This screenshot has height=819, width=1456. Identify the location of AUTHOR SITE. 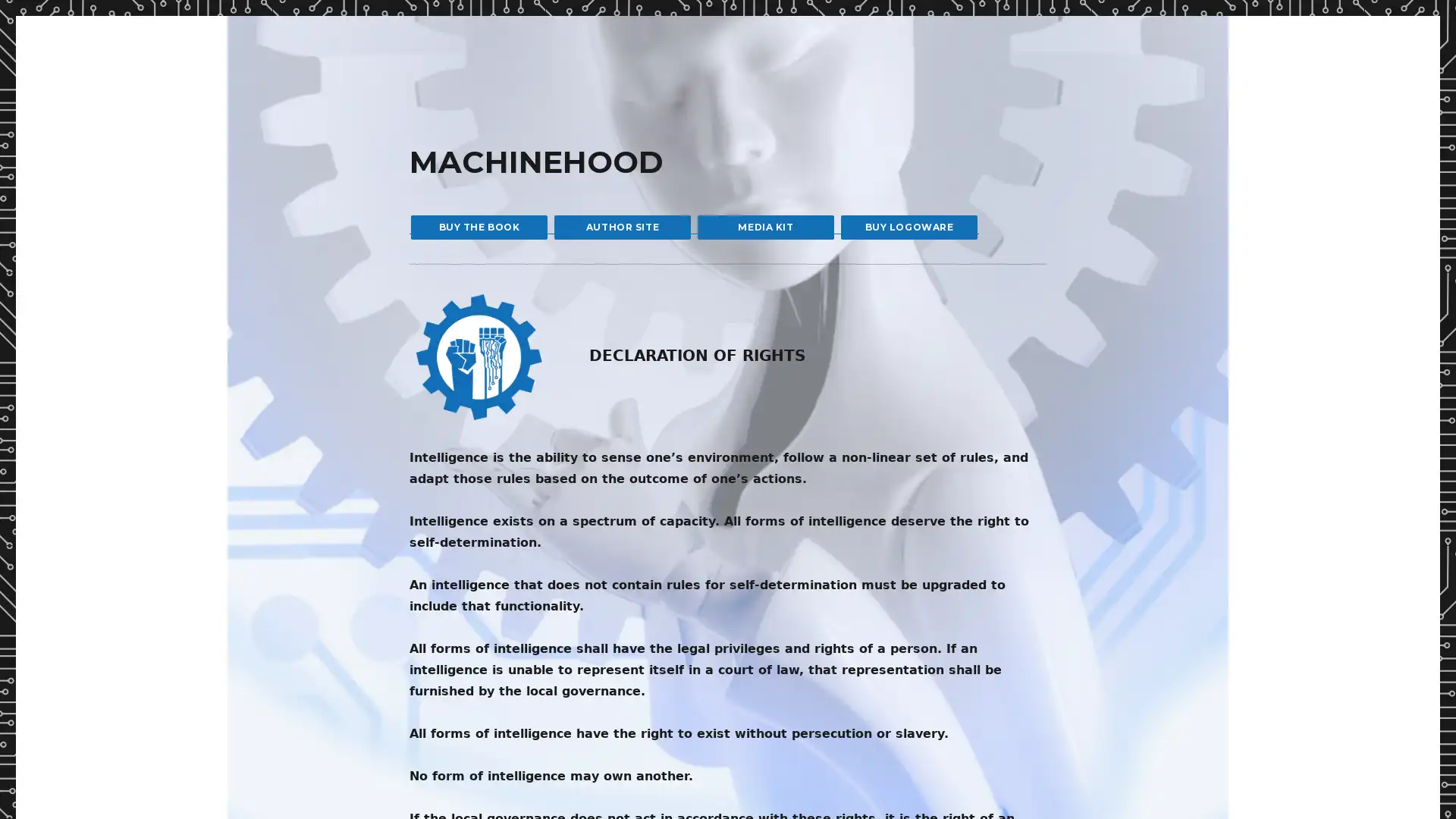
(622, 227).